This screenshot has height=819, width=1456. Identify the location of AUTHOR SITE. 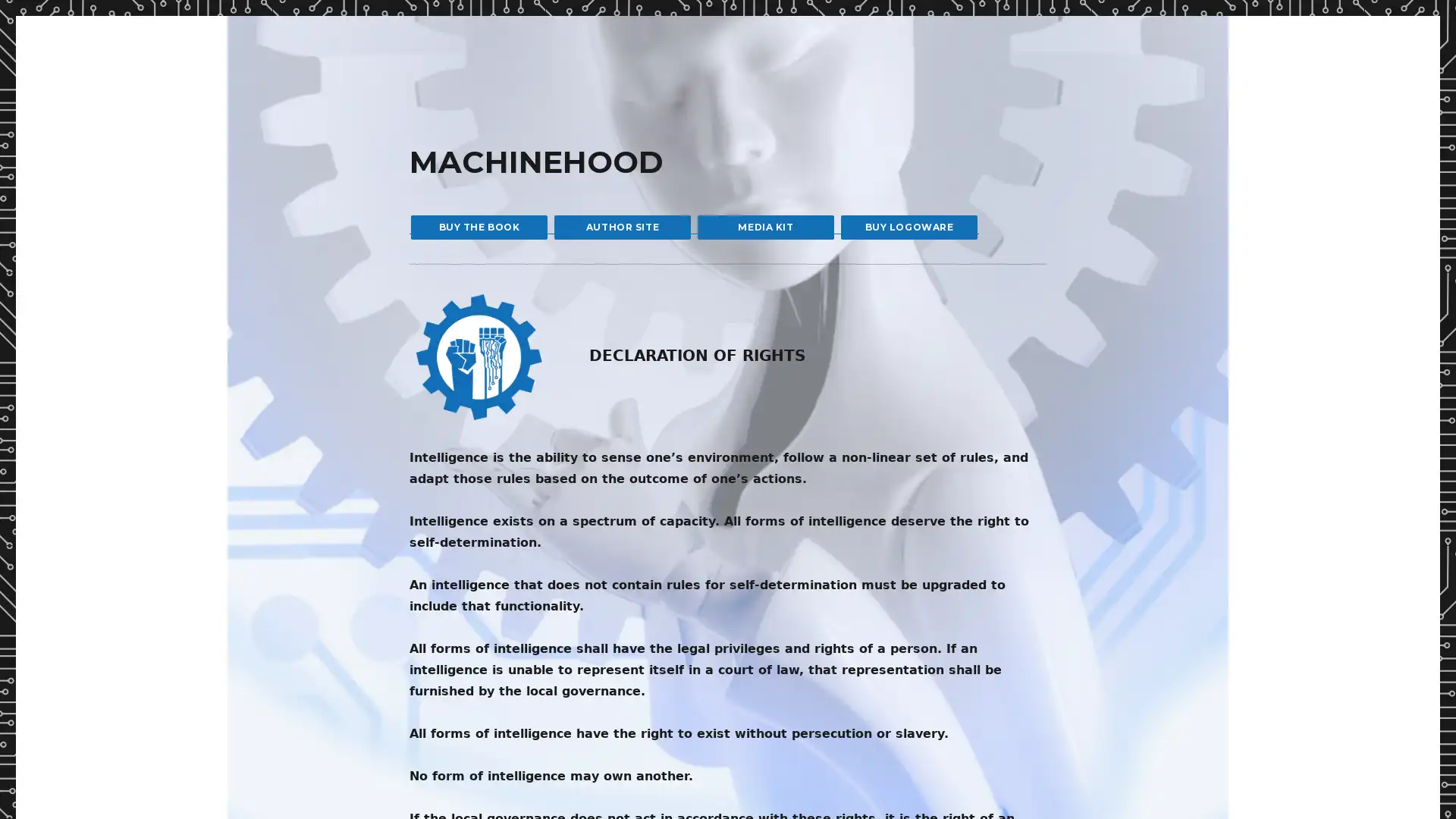
(622, 227).